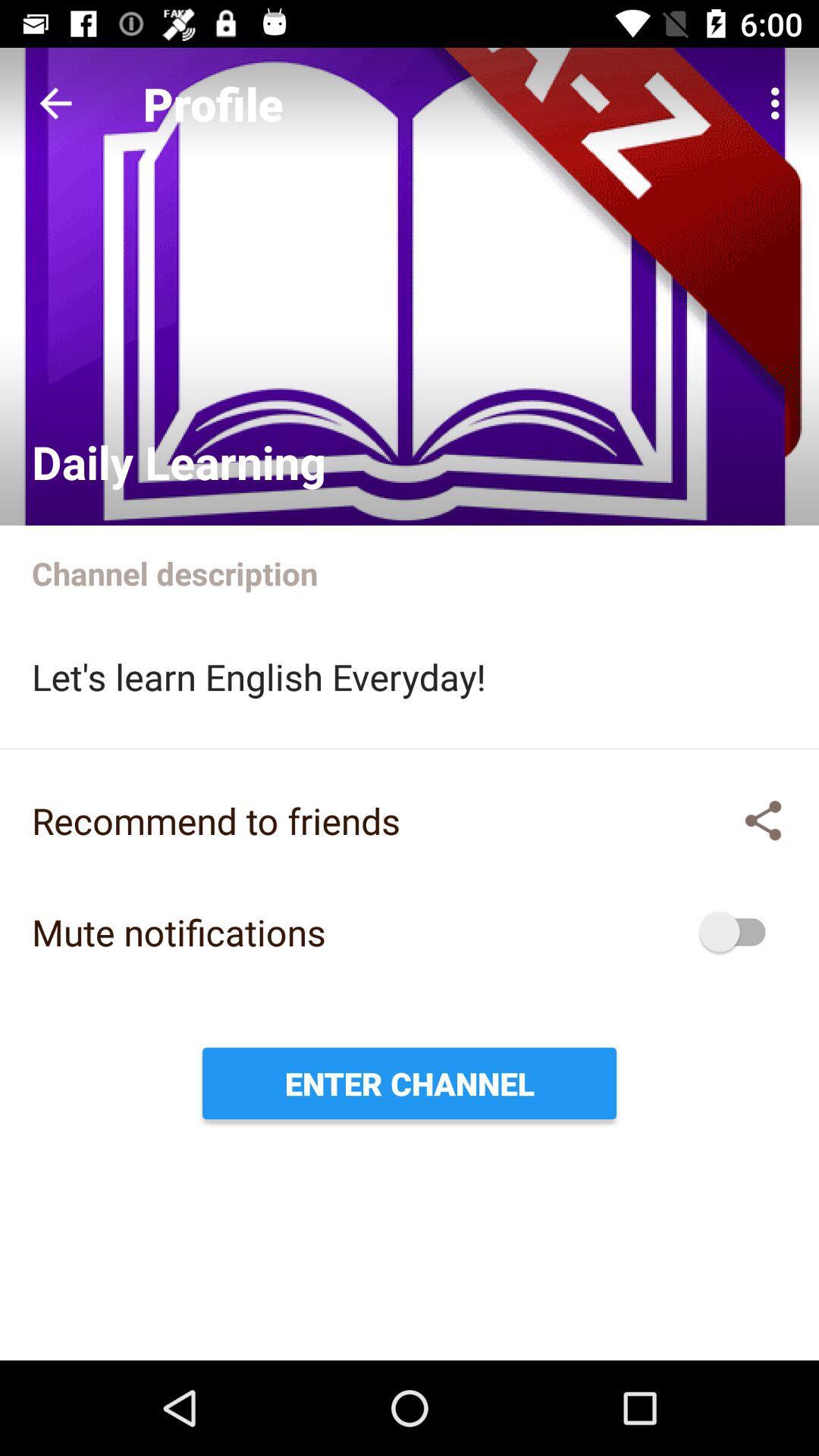  What do you see at coordinates (779, 102) in the screenshot?
I see `the app to the right of profile icon` at bounding box center [779, 102].